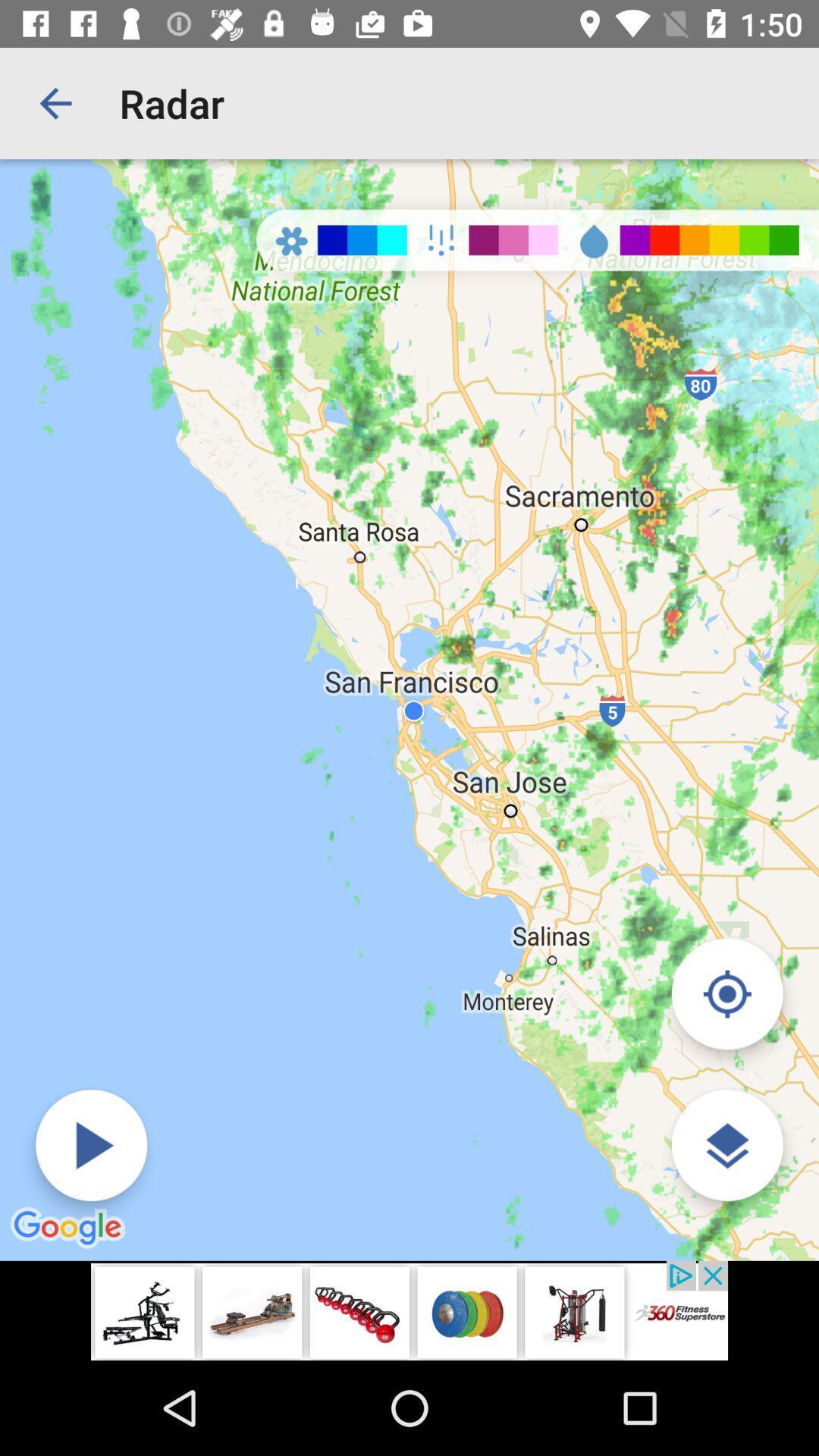 This screenshot has width=819, height=1456. Describe the element at coordinates (91, 1145) in the screenshot. I see `the play icon` at that location.